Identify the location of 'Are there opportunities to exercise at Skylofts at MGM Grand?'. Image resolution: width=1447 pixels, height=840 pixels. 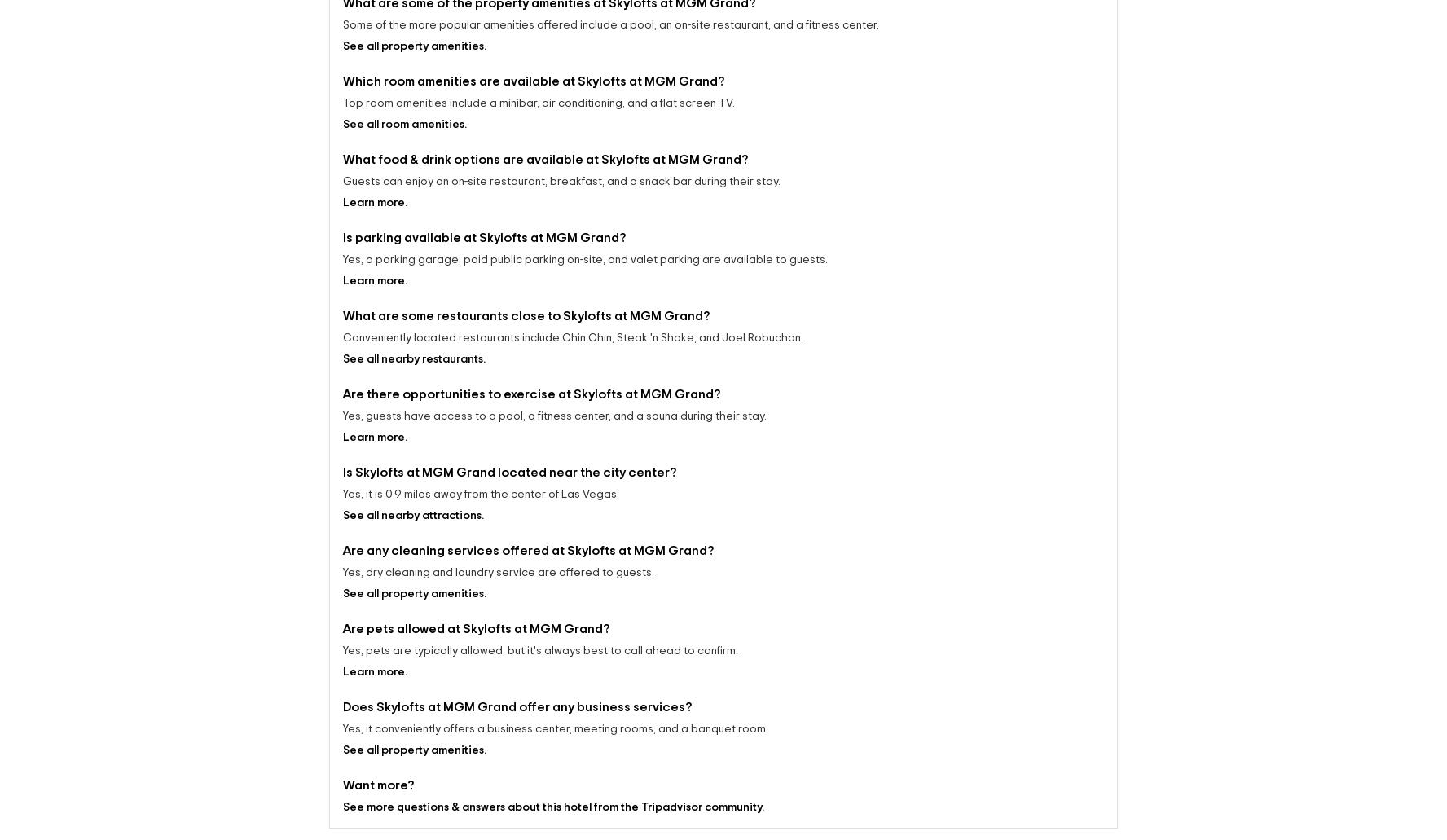
(342, 380).